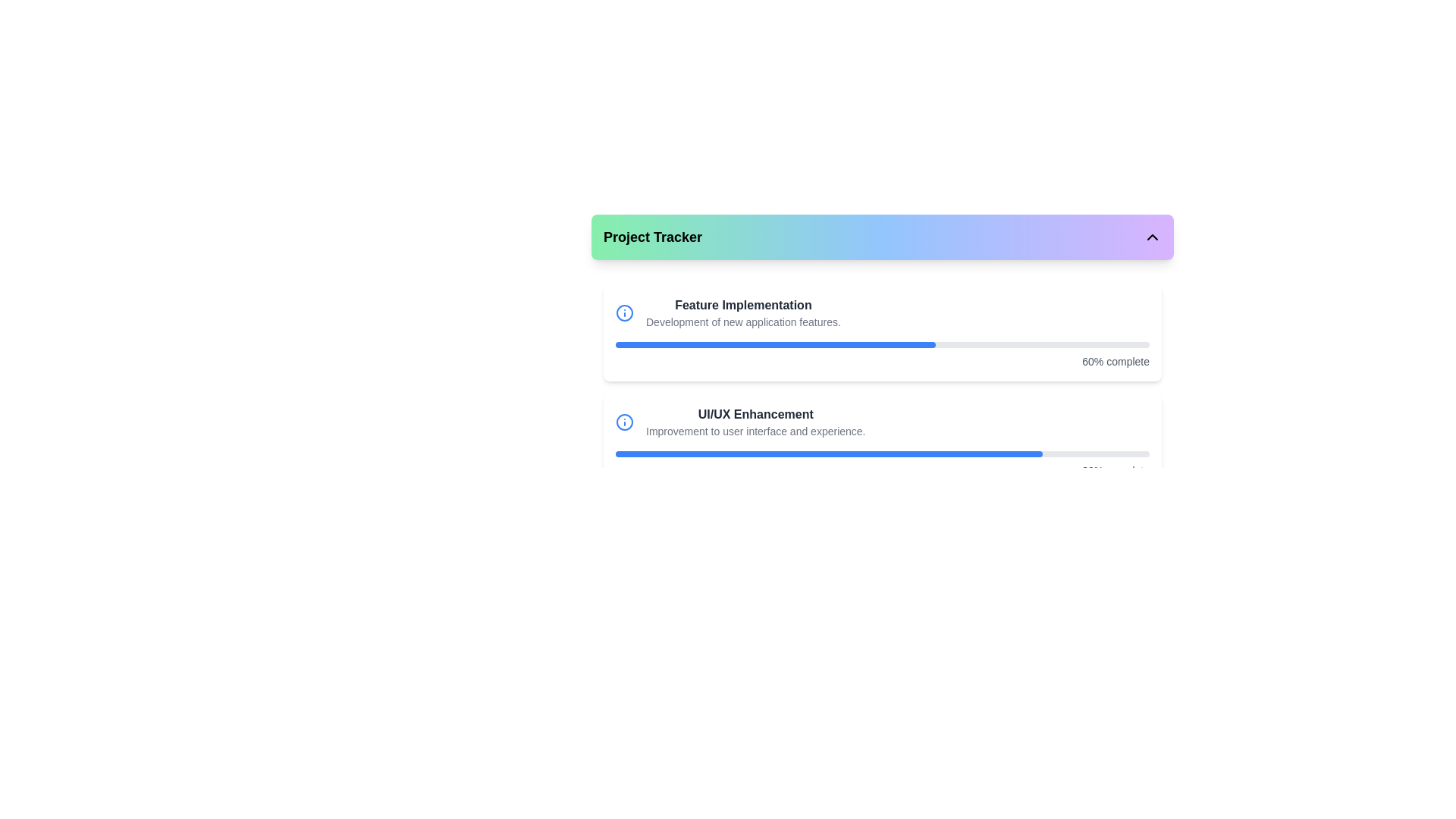 The image size is (1456, 819). What do you see at coordinates (882, 441) in the screenshot?
I see `task description and progress information from the Progress Tracker Component indicating it is 80% complete, located under 'Project Tracker' and above 'Testing and Validation'` at bounding box center [882, 441].